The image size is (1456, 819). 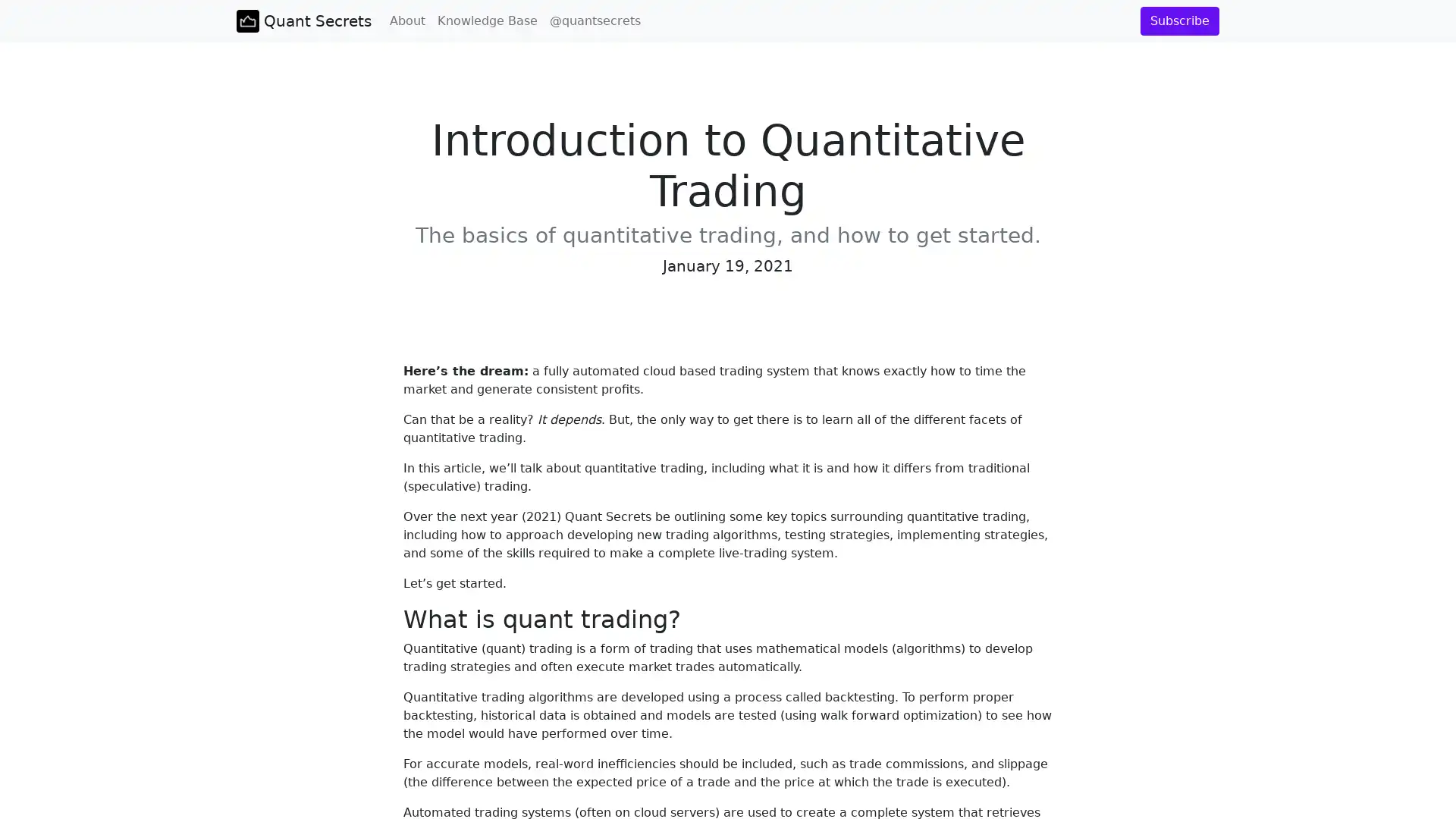 What do you see at coordinates (1178, 20) in the screenshot?
I see `Subscribe` at bounding box center [1178, 20].